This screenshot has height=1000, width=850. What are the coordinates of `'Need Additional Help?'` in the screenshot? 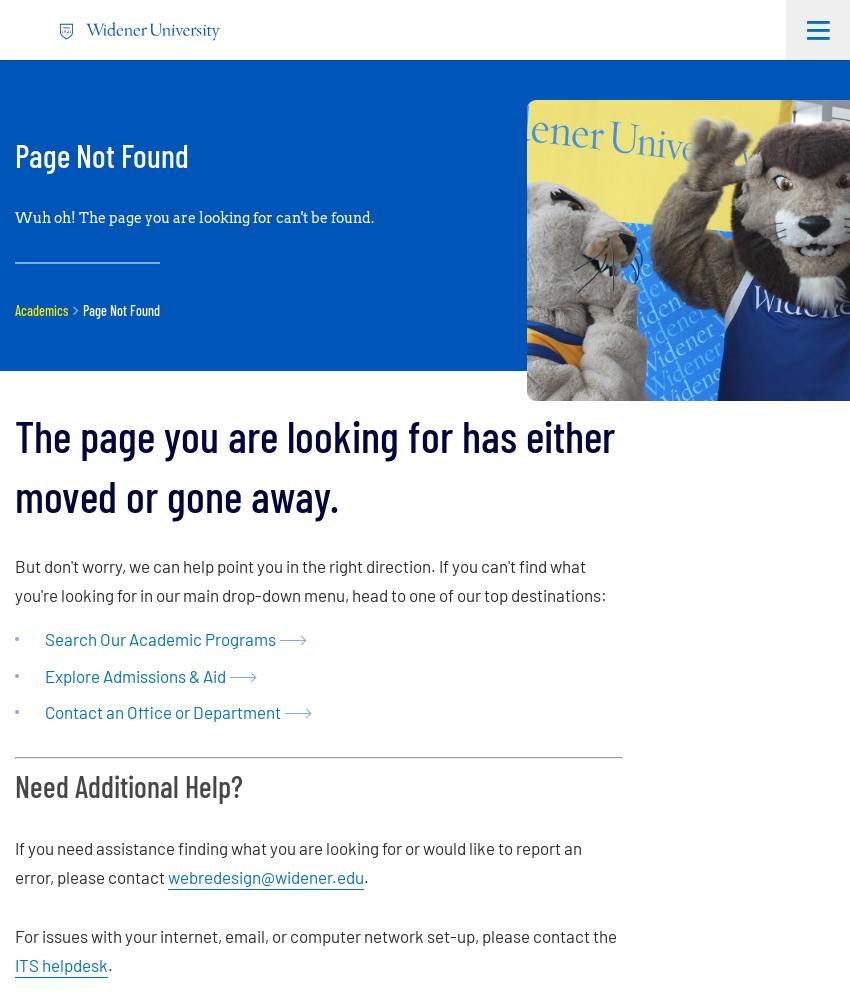 It's located at (129, 785).